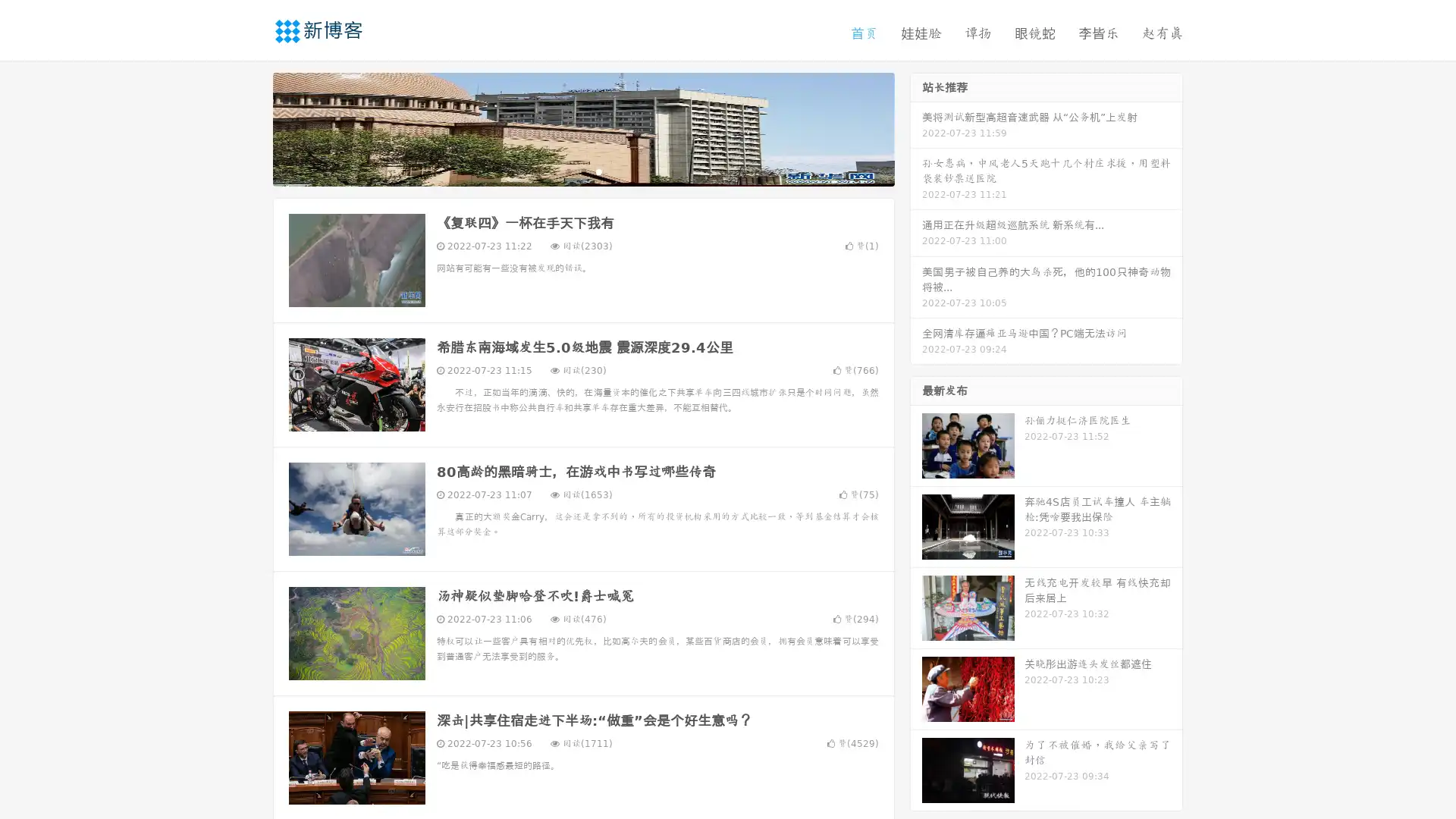  What do you see at coordinates (598, 171) in the screenshot?
I see `Go to slide 3` at bounding box center [598, 171].